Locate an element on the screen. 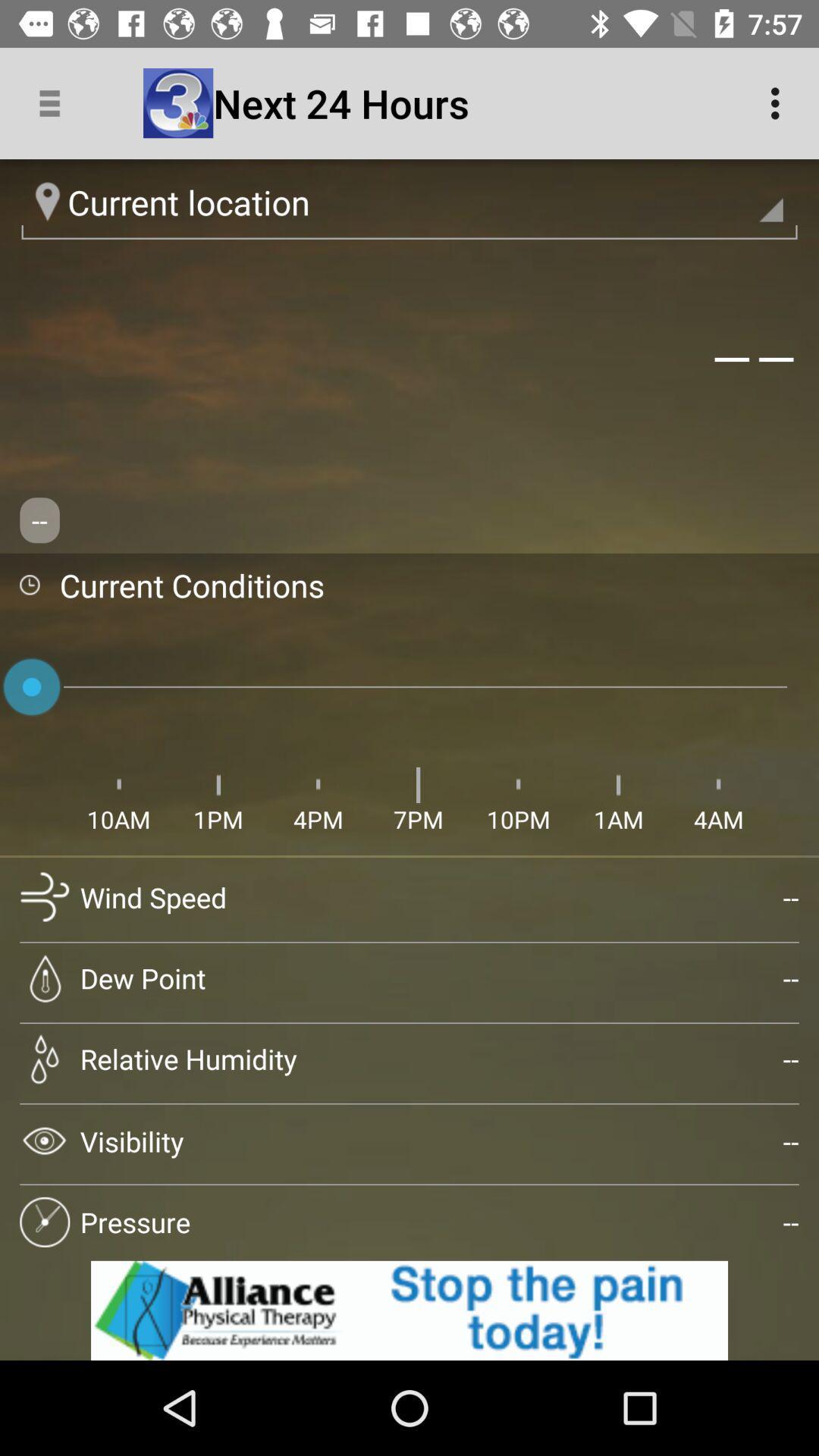 Image resolution: width=819 pixels, height=1456 pixels. for advertisement is located at coordinates (409, 1310).